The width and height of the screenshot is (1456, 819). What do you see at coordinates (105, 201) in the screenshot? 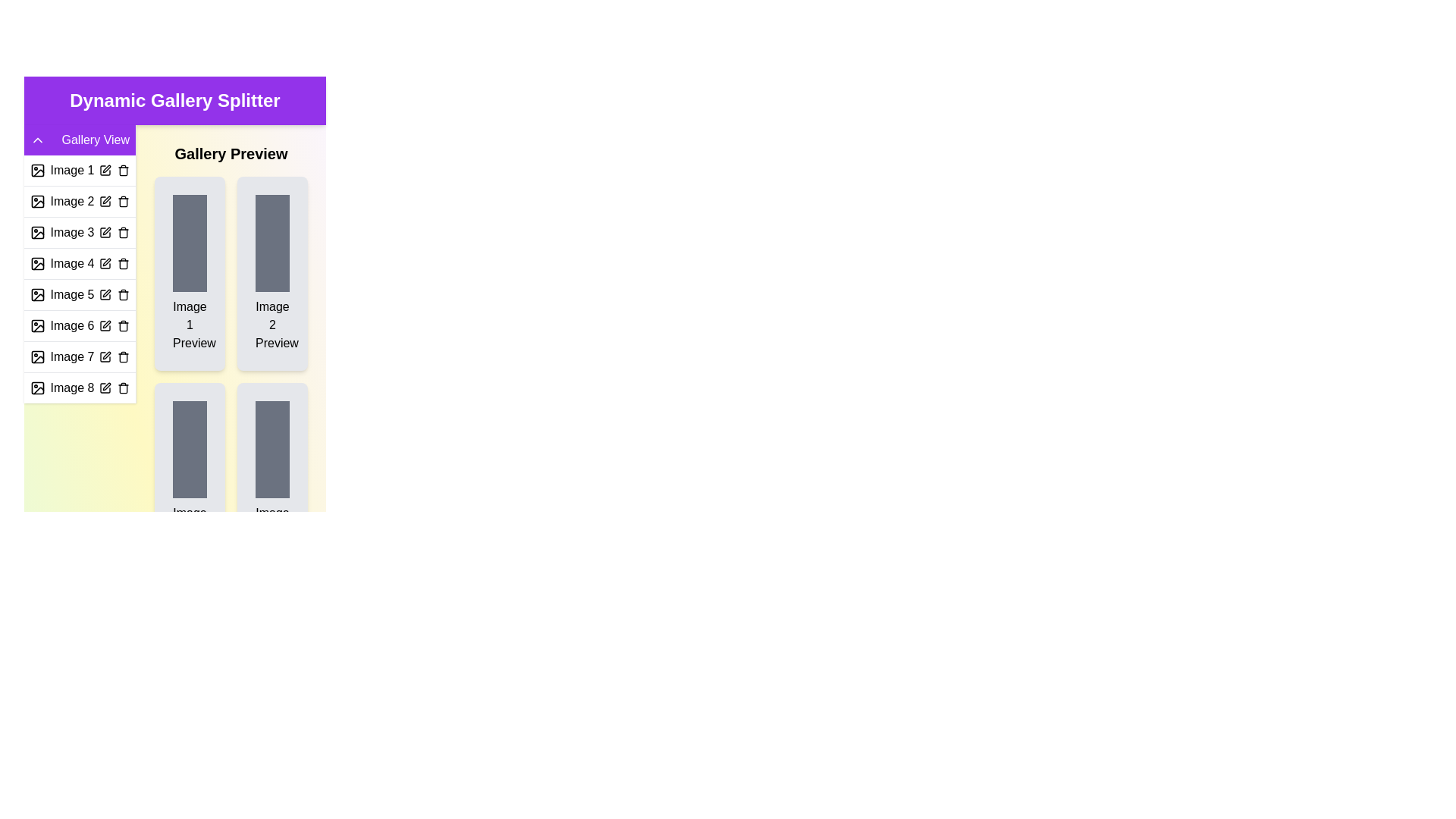
I see `the pen icon button located next to 'Image 2' in the Gallery View to initiate editing` at bounding box center [105, 201].